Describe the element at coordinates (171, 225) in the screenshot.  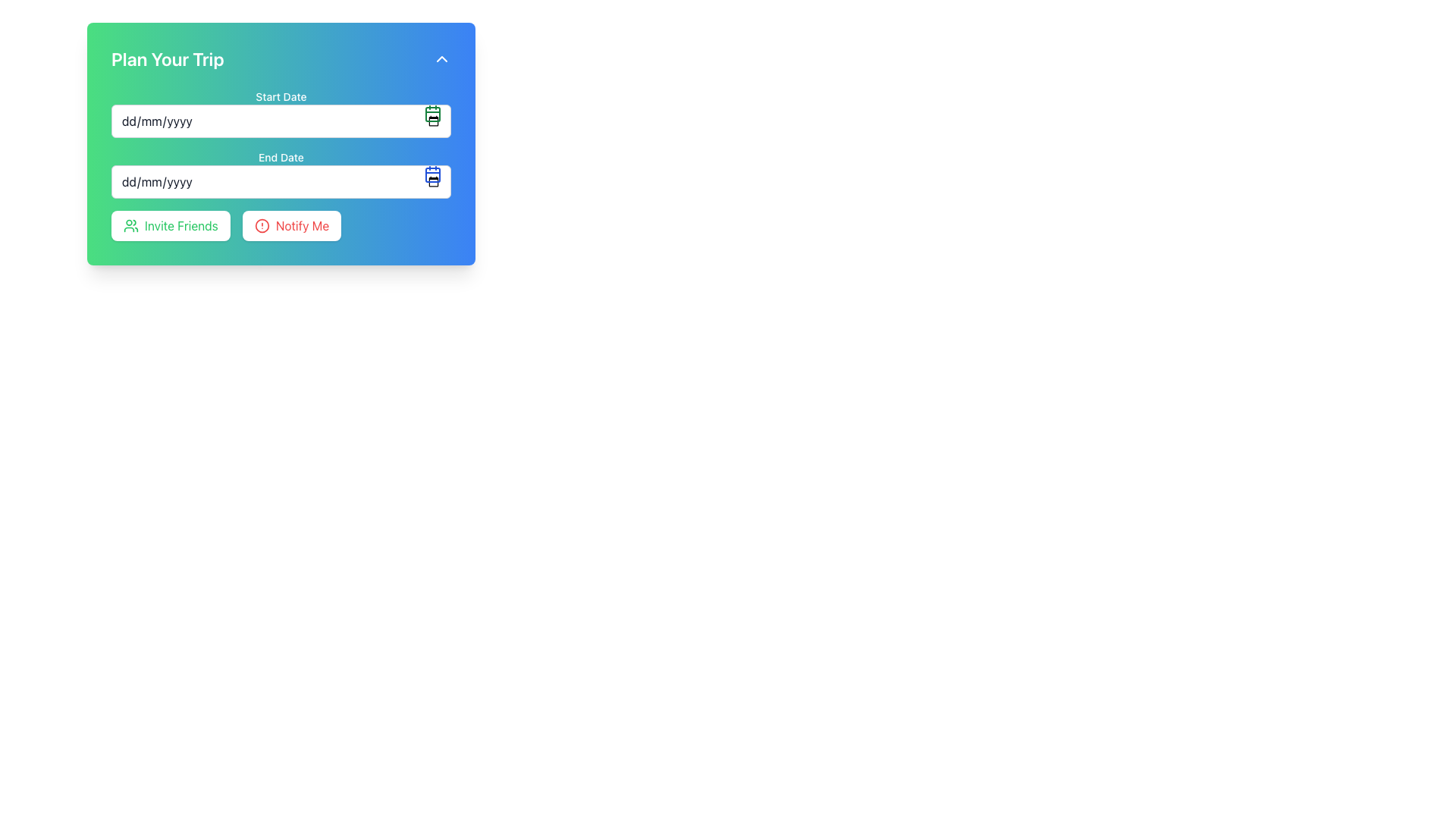
I see `the 'Invite Friends' button, which is styled with rounded corners and a green text label, located at the bottom left corner of the 'Plan Your Trip' card` at that location.